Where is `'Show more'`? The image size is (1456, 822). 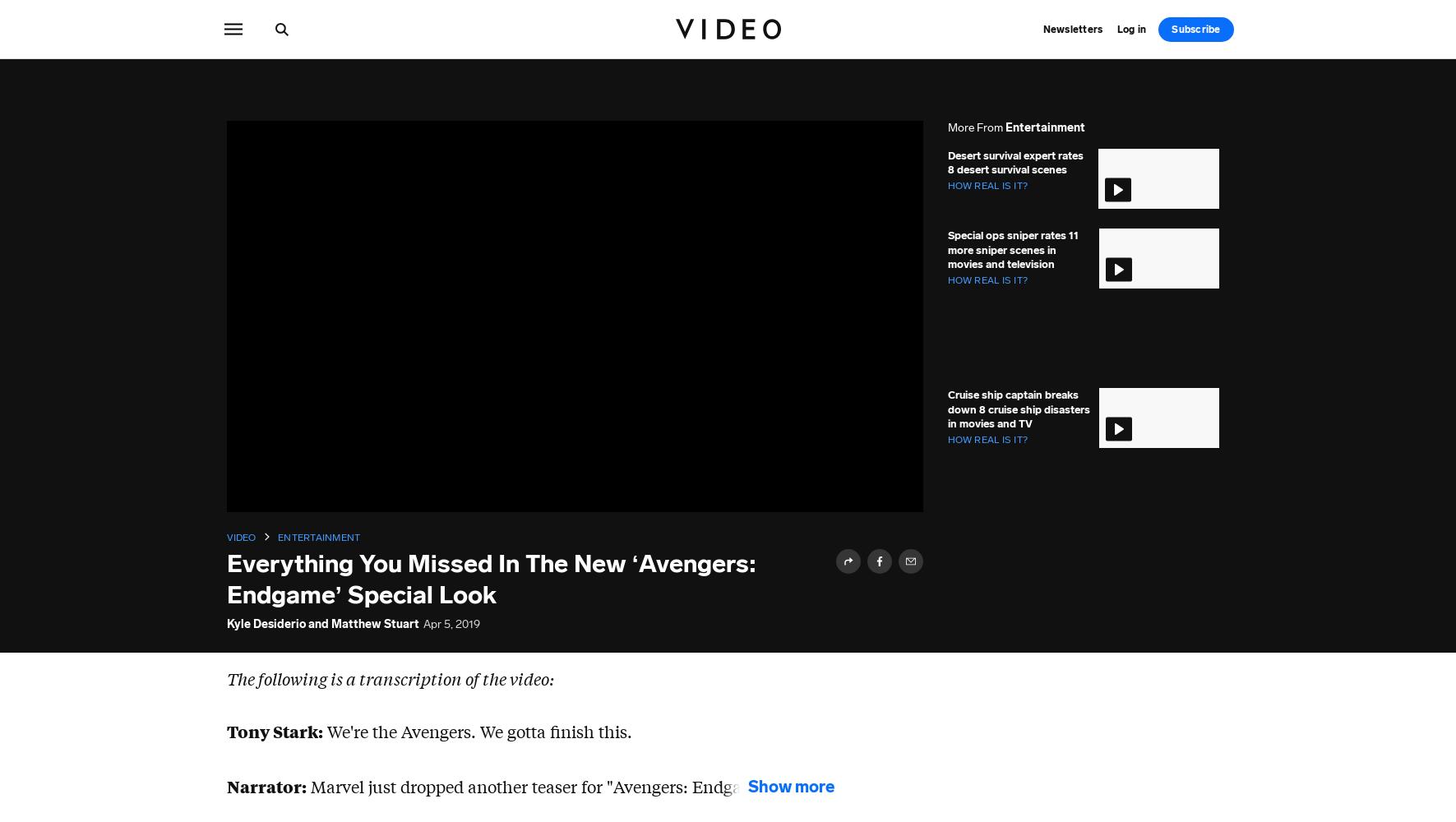
'Show more' is located at coordinates (791, 785).